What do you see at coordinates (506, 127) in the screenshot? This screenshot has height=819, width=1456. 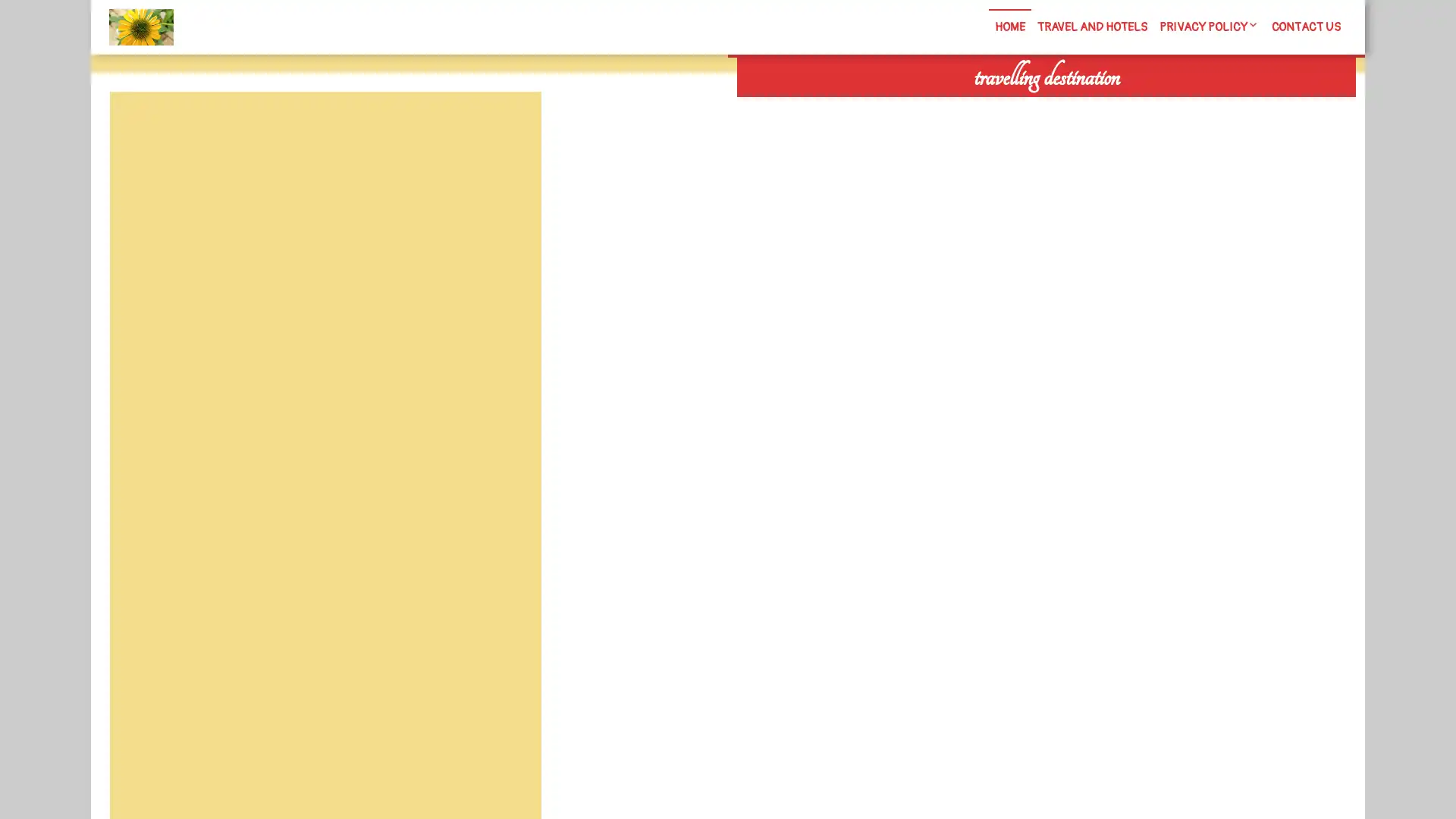 I see `Search` at bounding box center [506, 127].